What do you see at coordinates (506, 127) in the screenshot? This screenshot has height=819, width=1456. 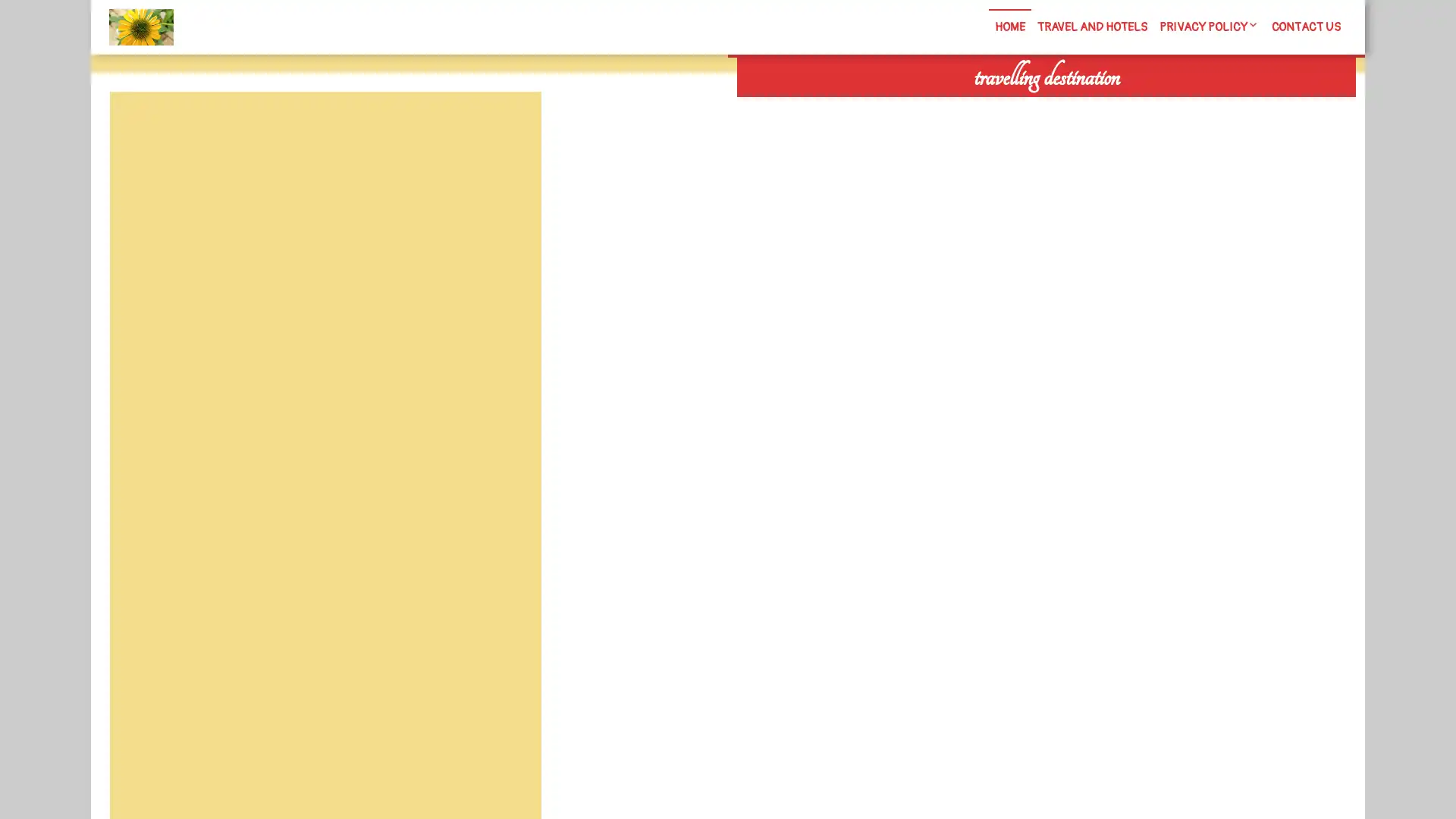 I see `Search` at bounding box center [506, 127].